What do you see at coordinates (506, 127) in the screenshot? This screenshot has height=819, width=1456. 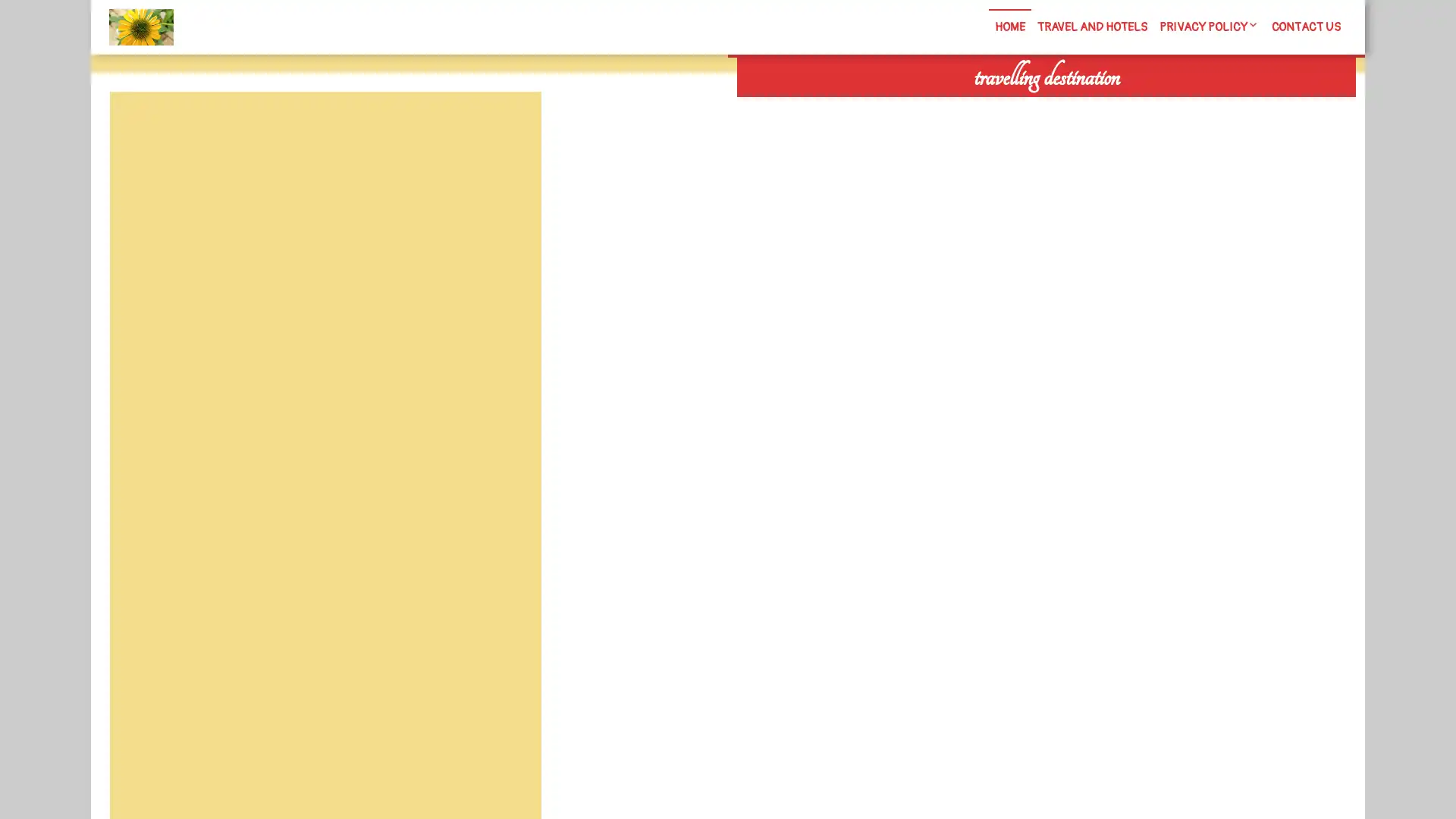 I see `Search` at bounding box center [506, 127].